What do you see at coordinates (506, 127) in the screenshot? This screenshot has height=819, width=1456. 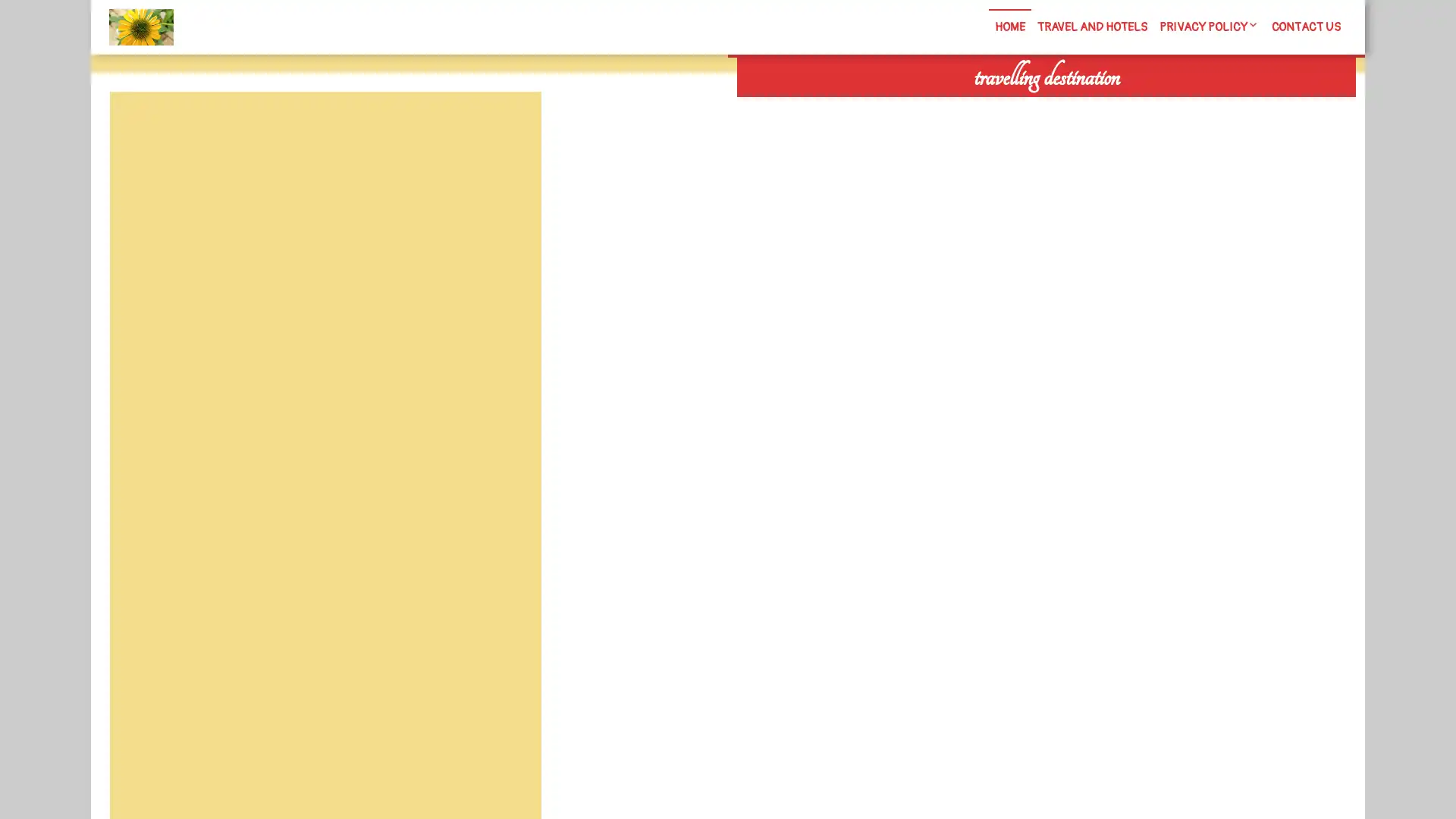 I see `Search` at bounding box center [506, 127].